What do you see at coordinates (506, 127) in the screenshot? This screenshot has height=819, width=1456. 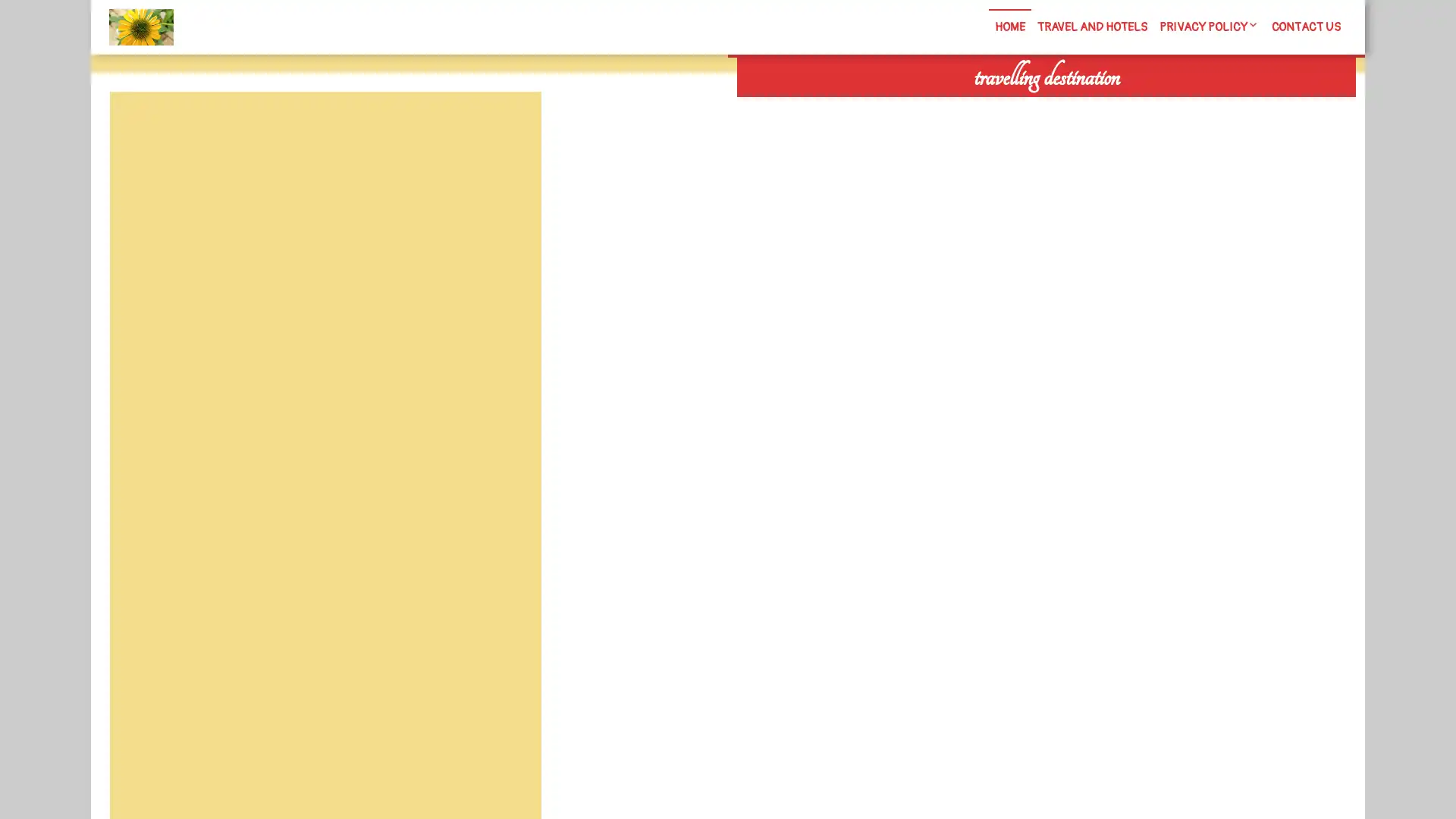 I see `Search` at bounding box center [506, 127].